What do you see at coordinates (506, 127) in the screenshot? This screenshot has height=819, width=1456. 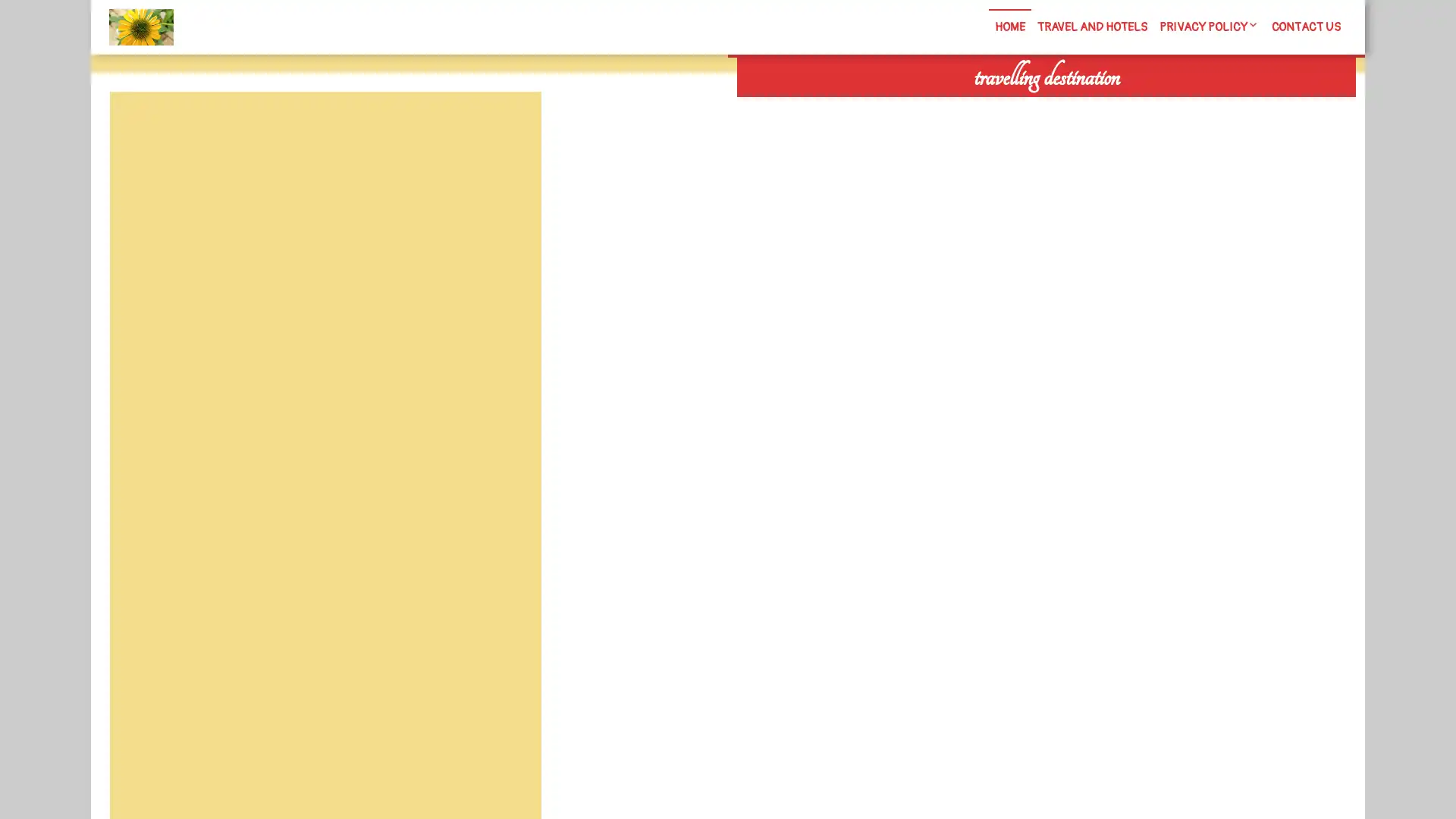 I see `Search` at bounding box center [506, 127].